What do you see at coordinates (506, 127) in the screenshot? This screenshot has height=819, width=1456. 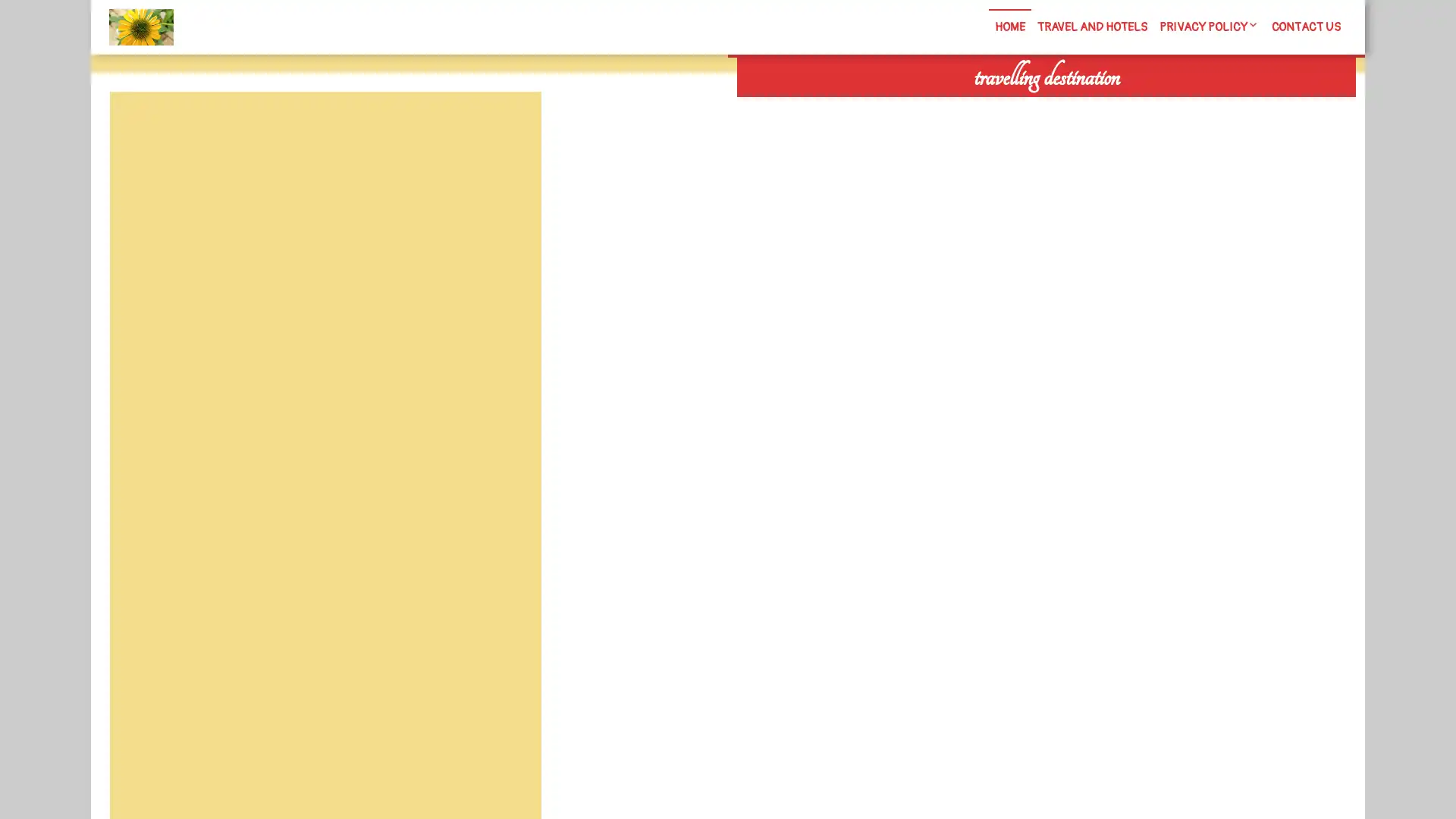 I see `Search` at bounding box center [506, 127].